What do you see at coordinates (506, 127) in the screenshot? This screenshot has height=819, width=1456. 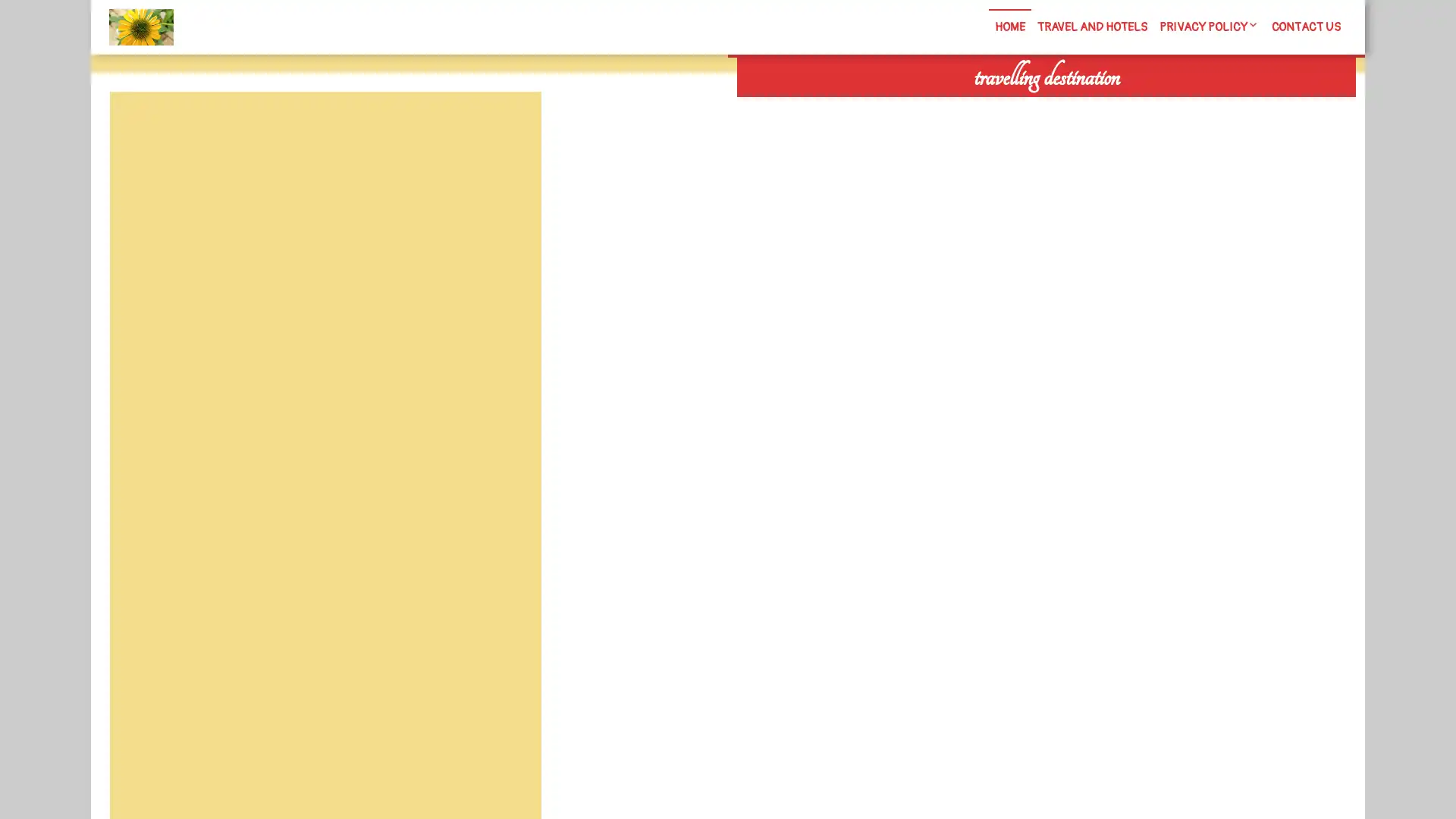 I see `Search` at bounding box center [506, 127].